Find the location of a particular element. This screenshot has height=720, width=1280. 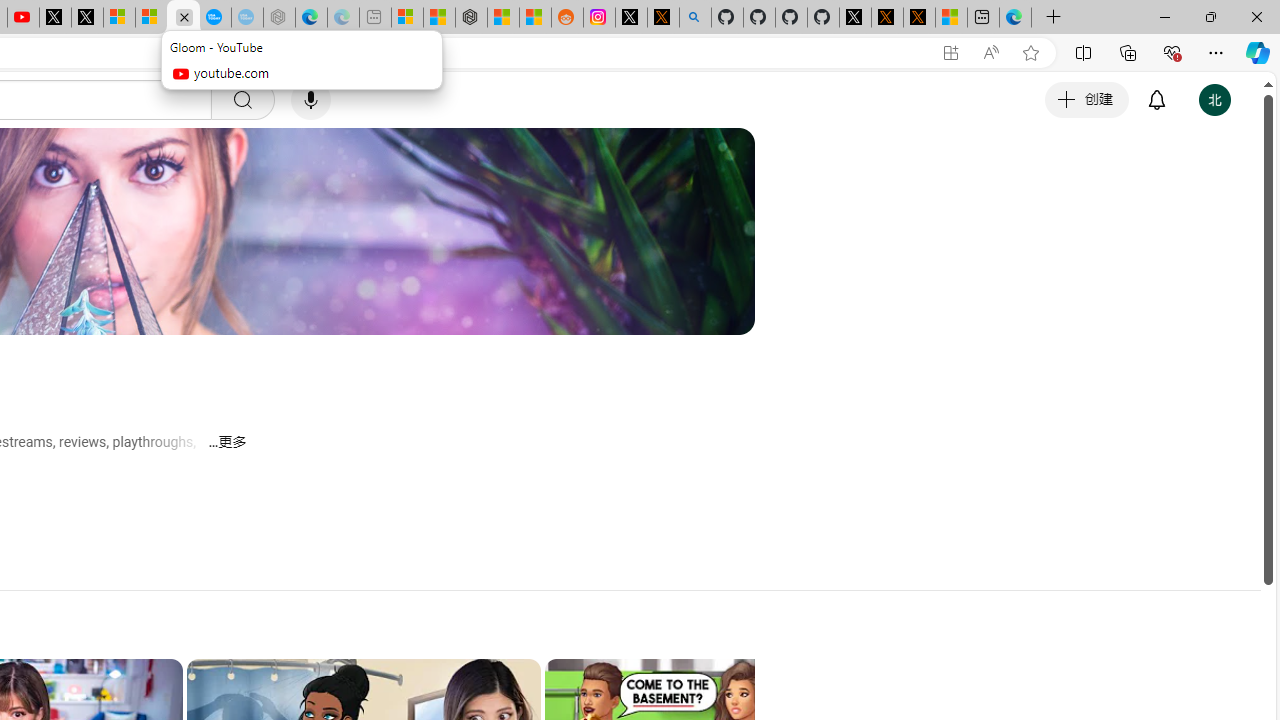

'Settings and more (Alt+F)' is located at coordinates (1215, 51).